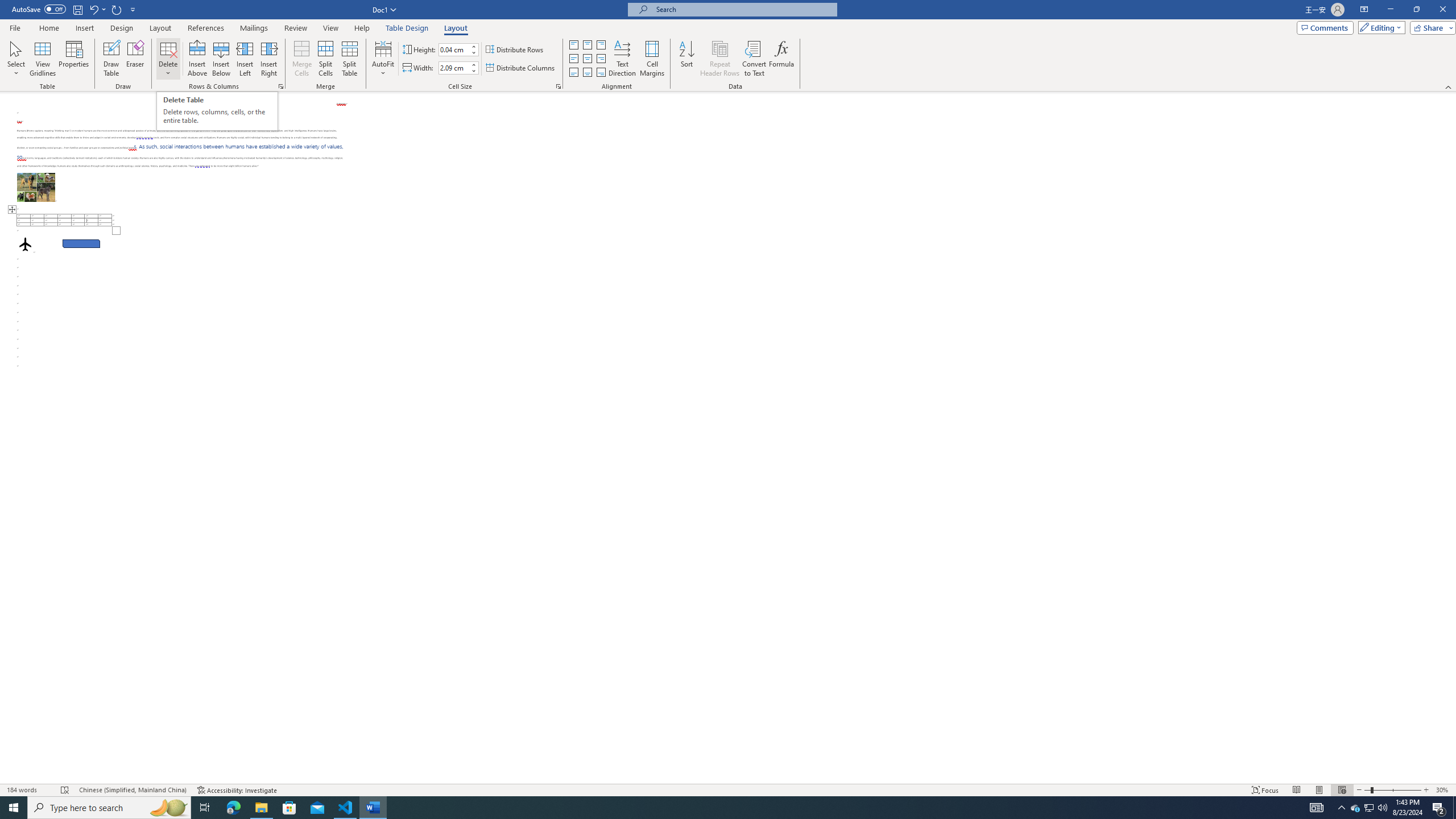 The width and height of the screenshot is (1456, 819). Describe the element at coordinates (81, 243) in the screenshot. I see `'Rectangle: Diagonal Corners Snipped 2'` at that location.